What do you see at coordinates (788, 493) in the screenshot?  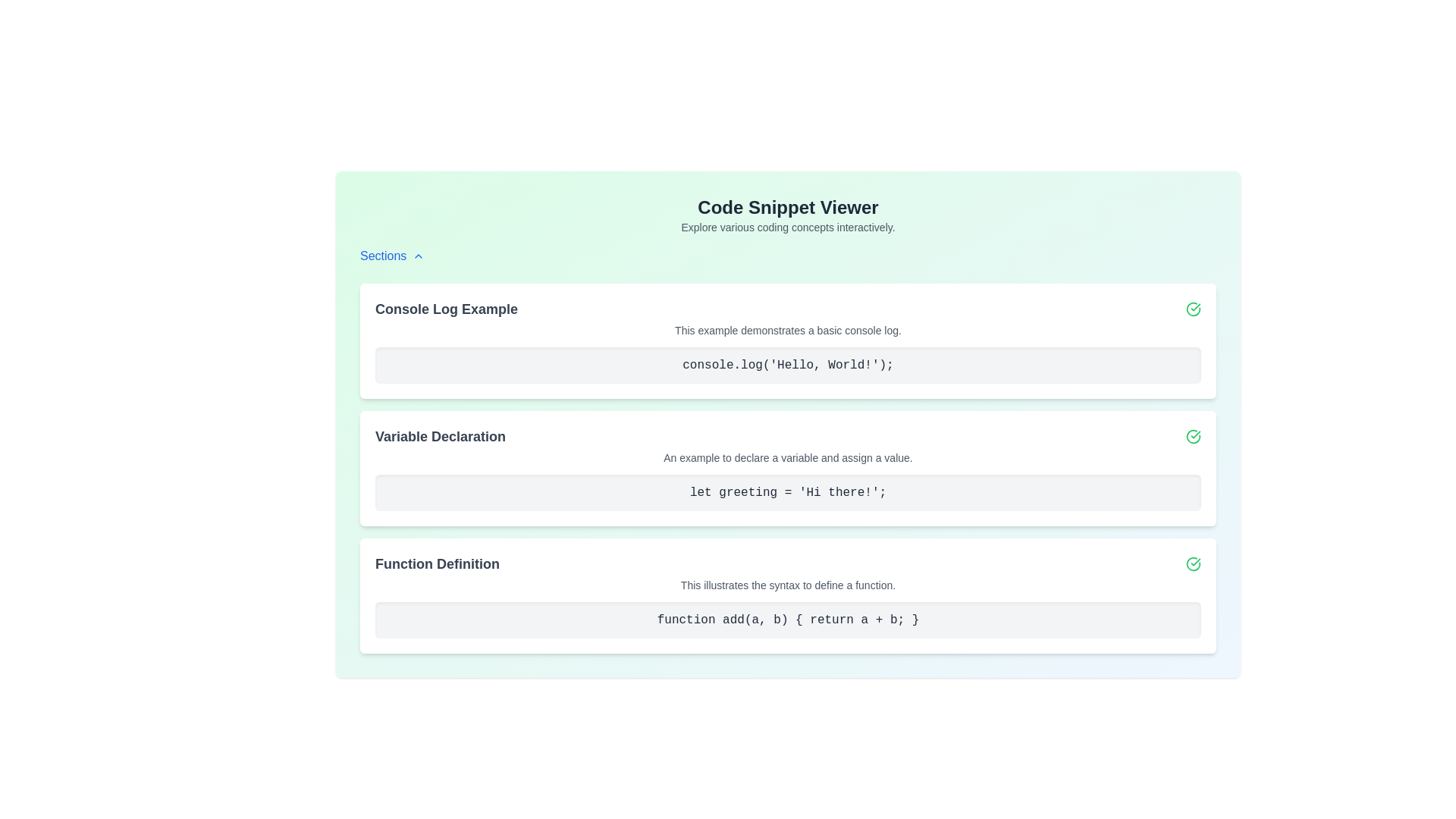 I see `contents of the code snippet displayed in a grey background with rounded corners, containing the text 'let greeting = 'Hi there!';' located under the 'Variable Declaration' section` at bounding box center [788, 493].